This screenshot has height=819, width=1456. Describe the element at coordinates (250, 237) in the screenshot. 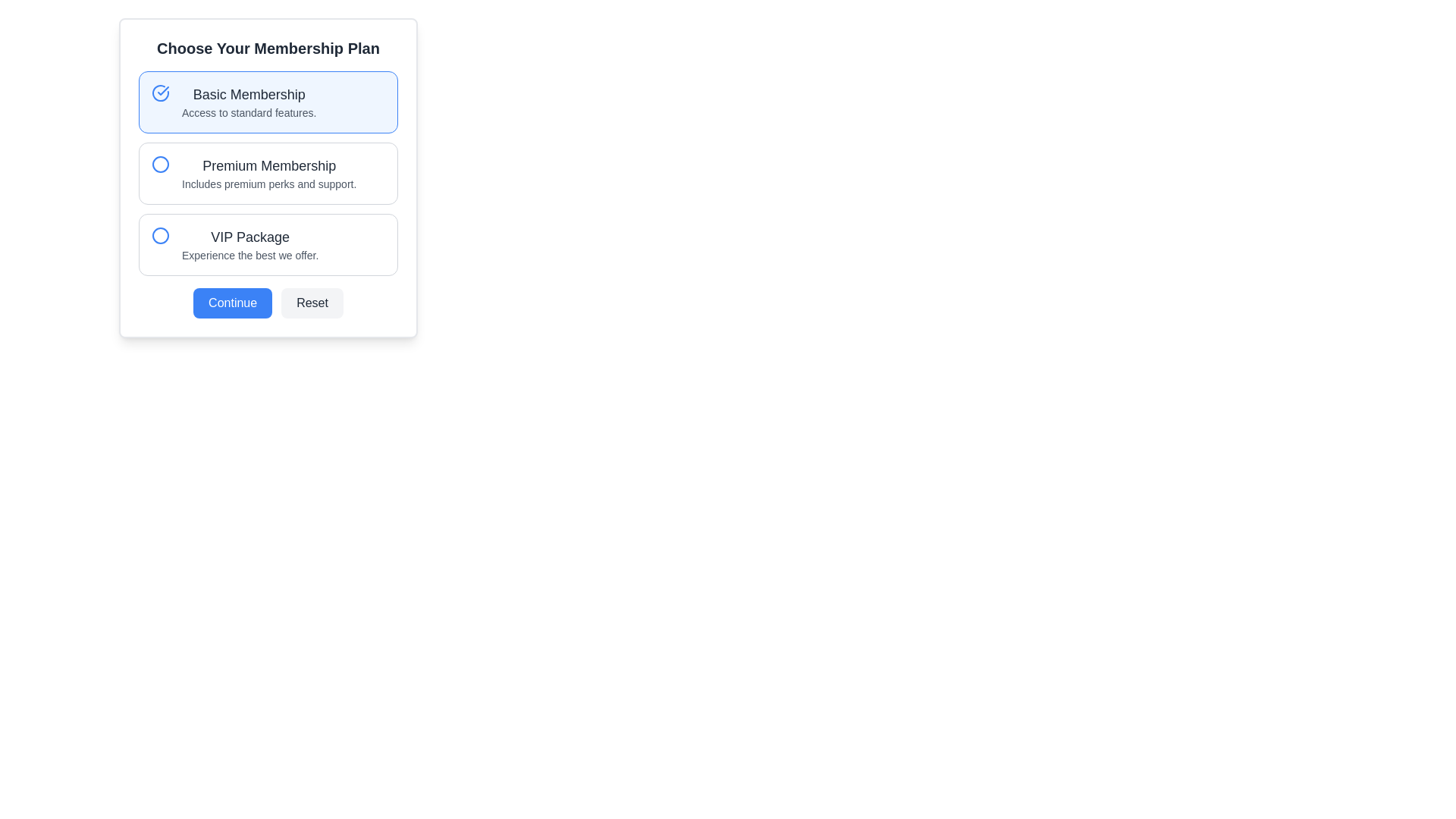

I see `the 'VIP Package' membership plan title label located above the text 'Experience the best we offer.' in the 'Choose Your Membership Plan' section` at that location.